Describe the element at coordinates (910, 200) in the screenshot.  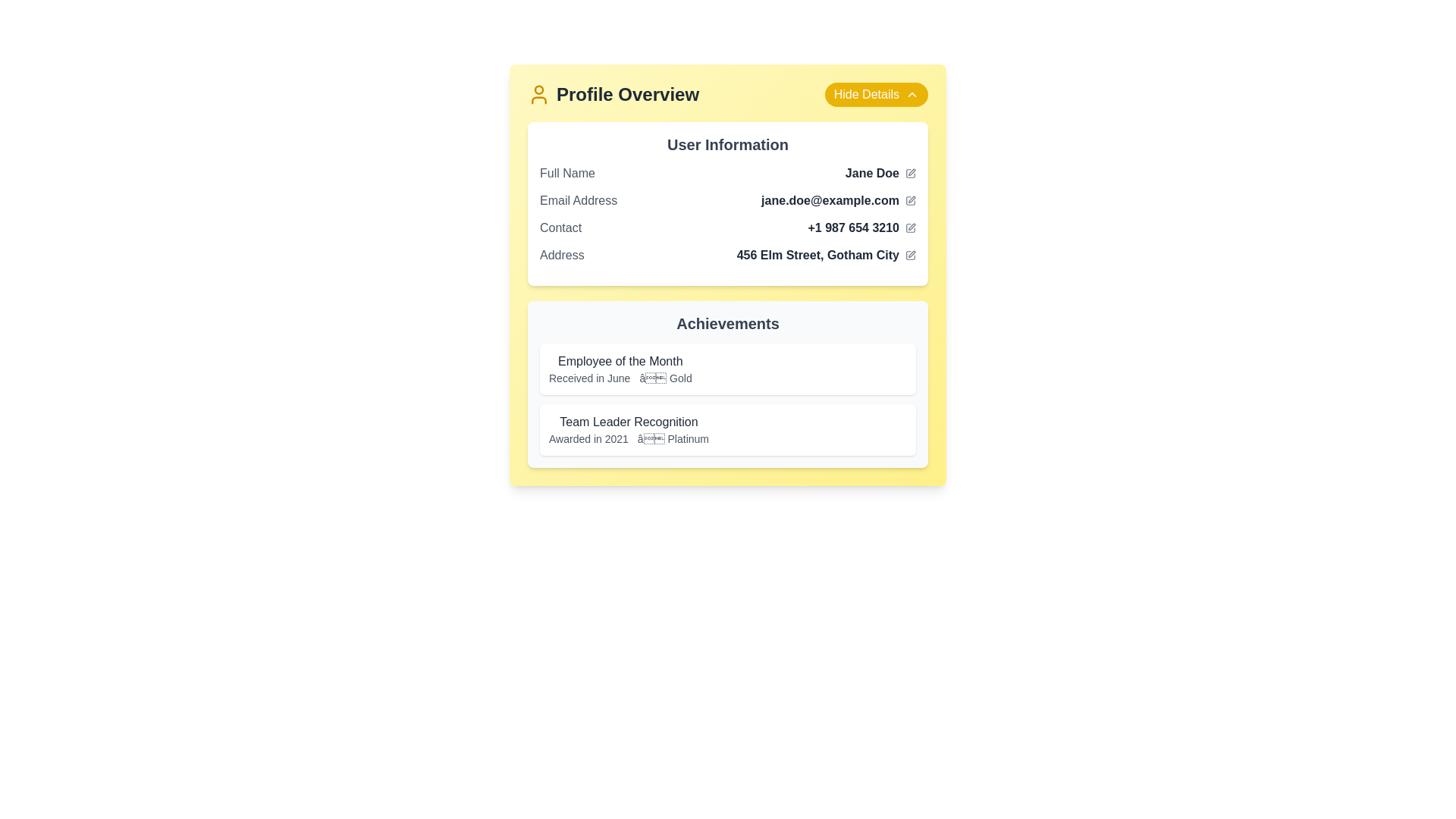
I see `the Icon button (editable action) which resembles a pen within a square, located to the right of the 'Email Address' row in the 'User Information' section` at that location.